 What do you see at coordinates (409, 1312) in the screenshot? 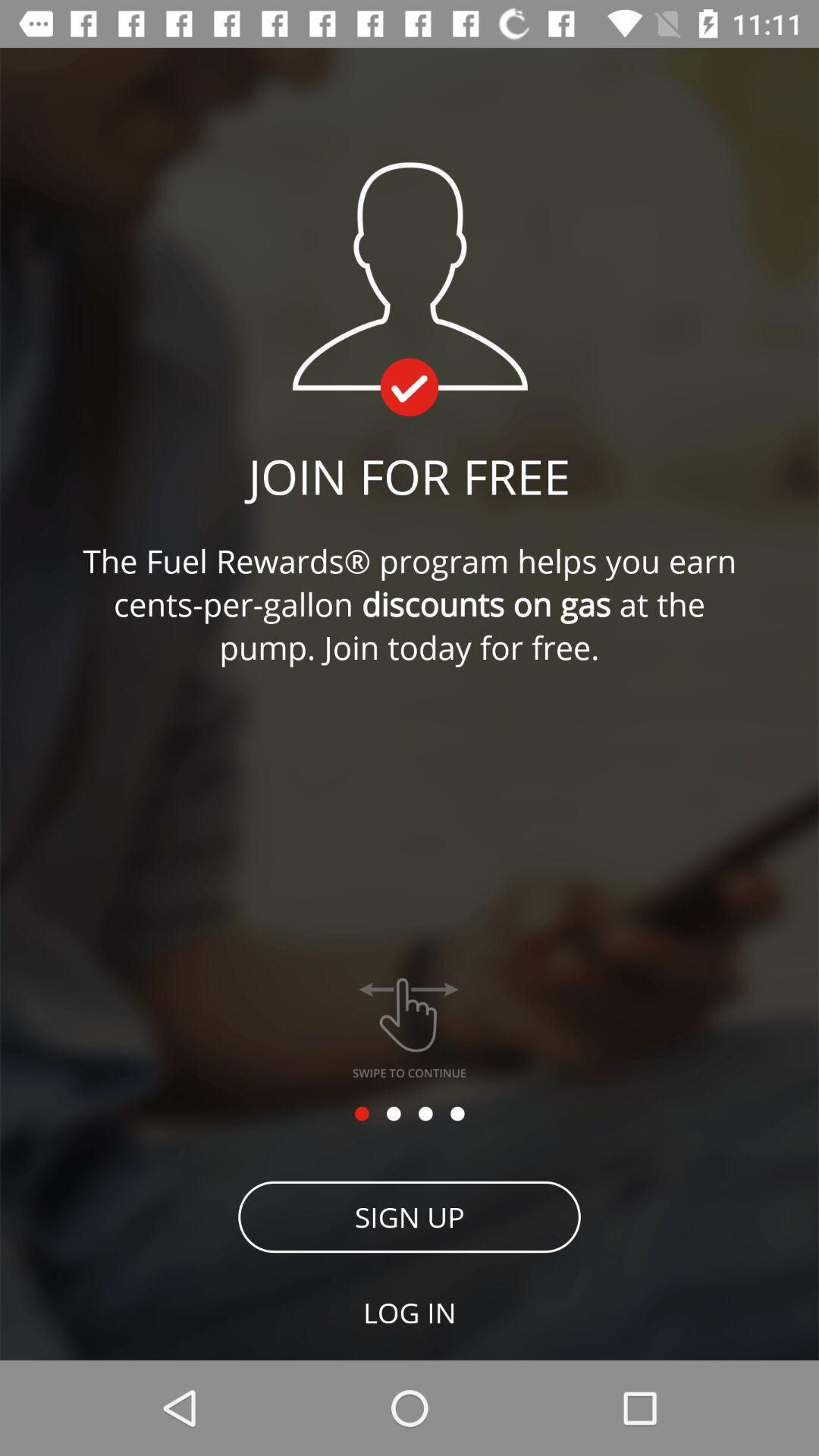
I see `the log in item` at bounding box center [409, 1312].